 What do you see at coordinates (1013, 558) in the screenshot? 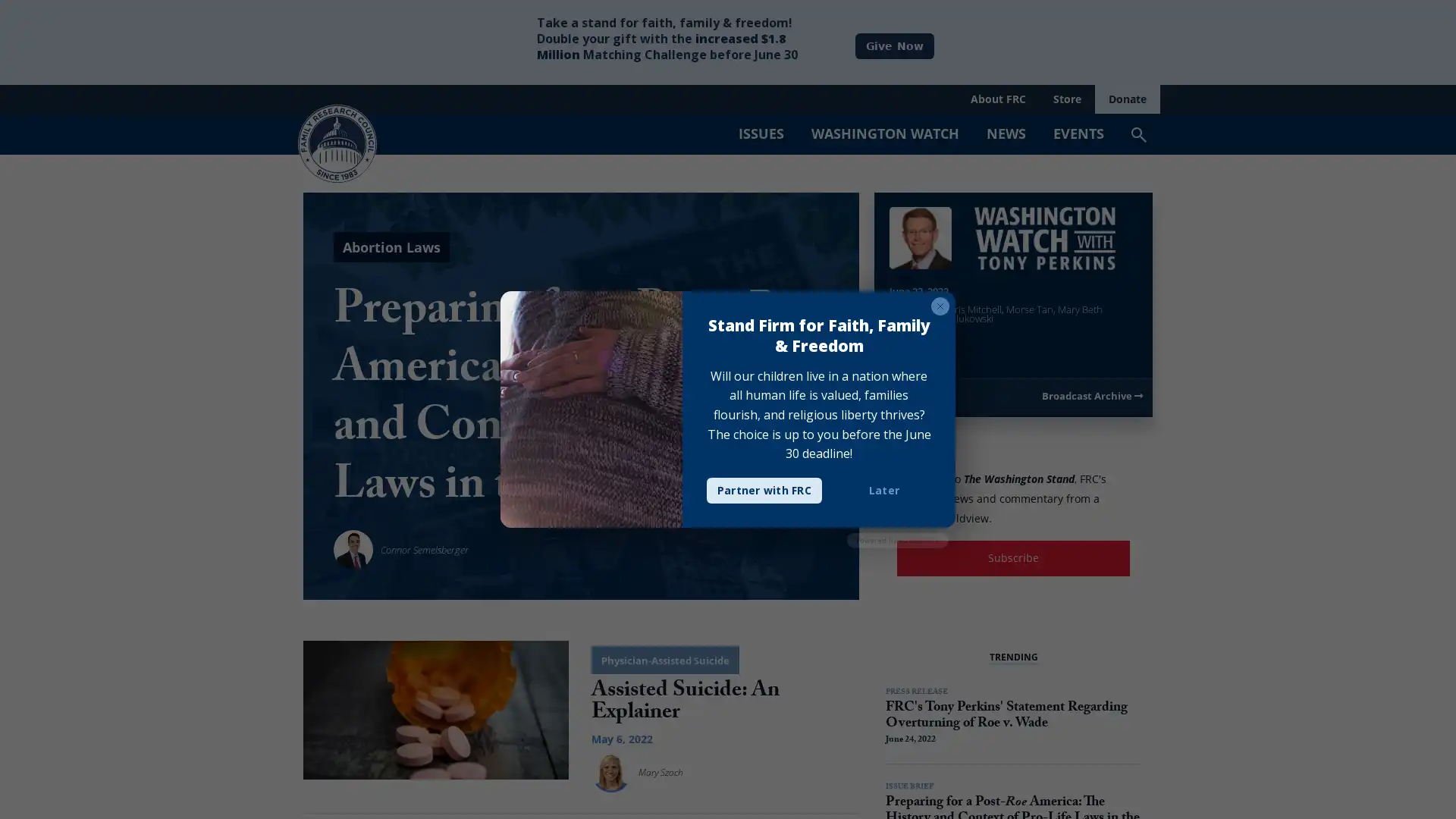
I see `Subscribe` at bounding box center [1013, 558].